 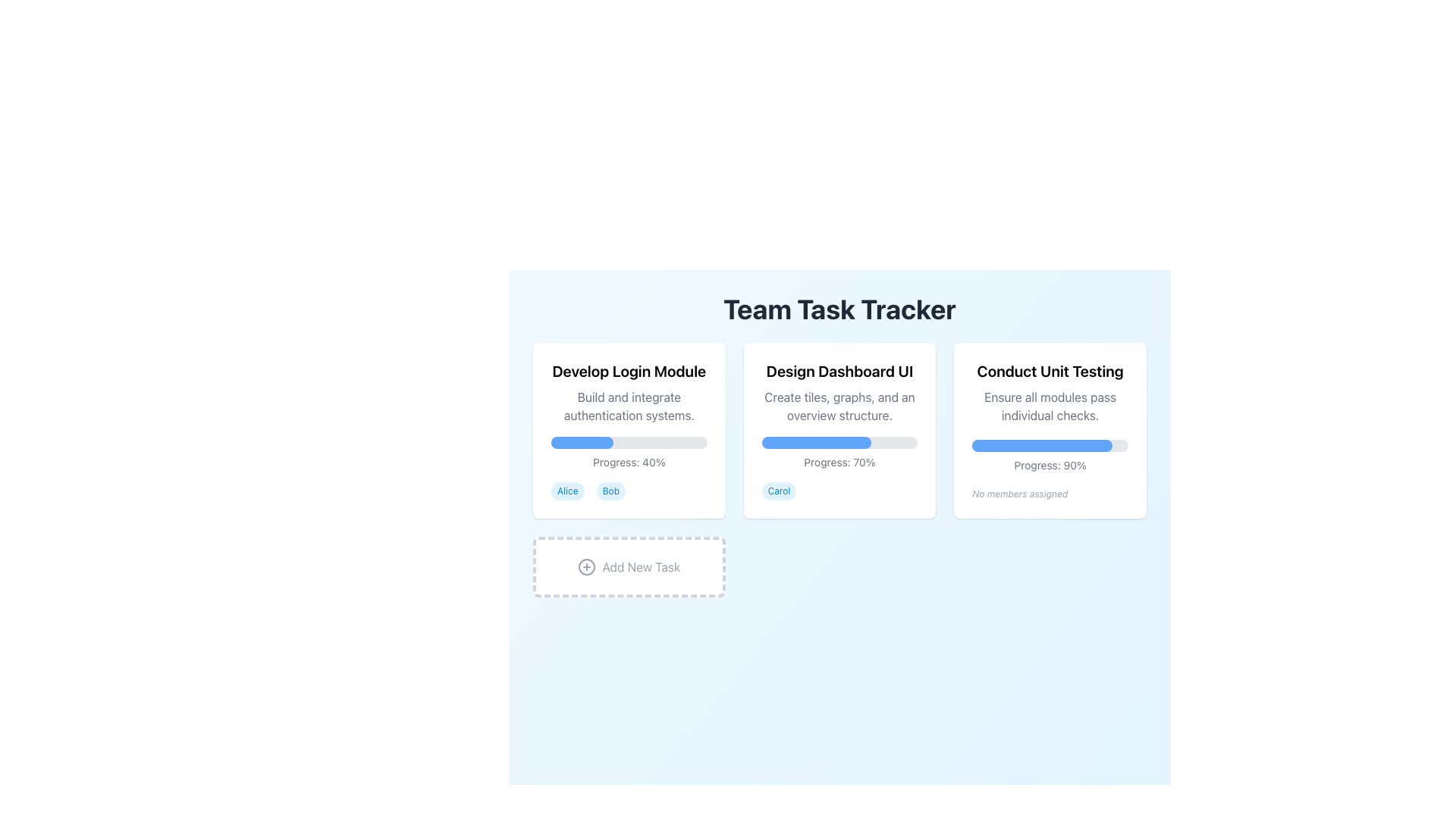 What do you see at coordinates (586, 567) in the screenshot?
I see `the 'Add New Task' button with an icon` at bounding box center [586, 567].